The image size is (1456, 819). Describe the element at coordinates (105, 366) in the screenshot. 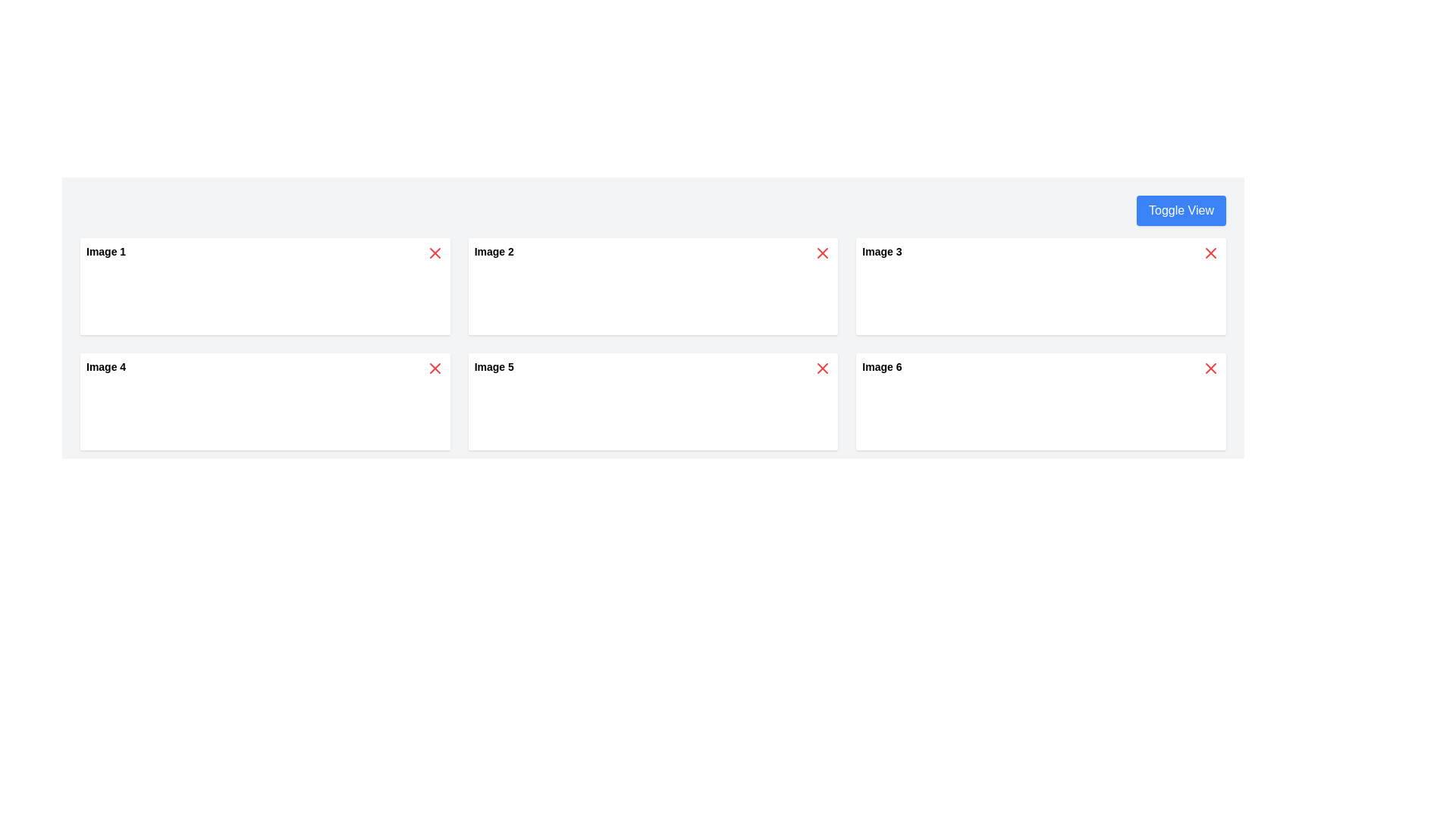

I see `the static text label that identifies 'Image 4', located at the top-left corner of the fourth card in the grid layout` at that location.